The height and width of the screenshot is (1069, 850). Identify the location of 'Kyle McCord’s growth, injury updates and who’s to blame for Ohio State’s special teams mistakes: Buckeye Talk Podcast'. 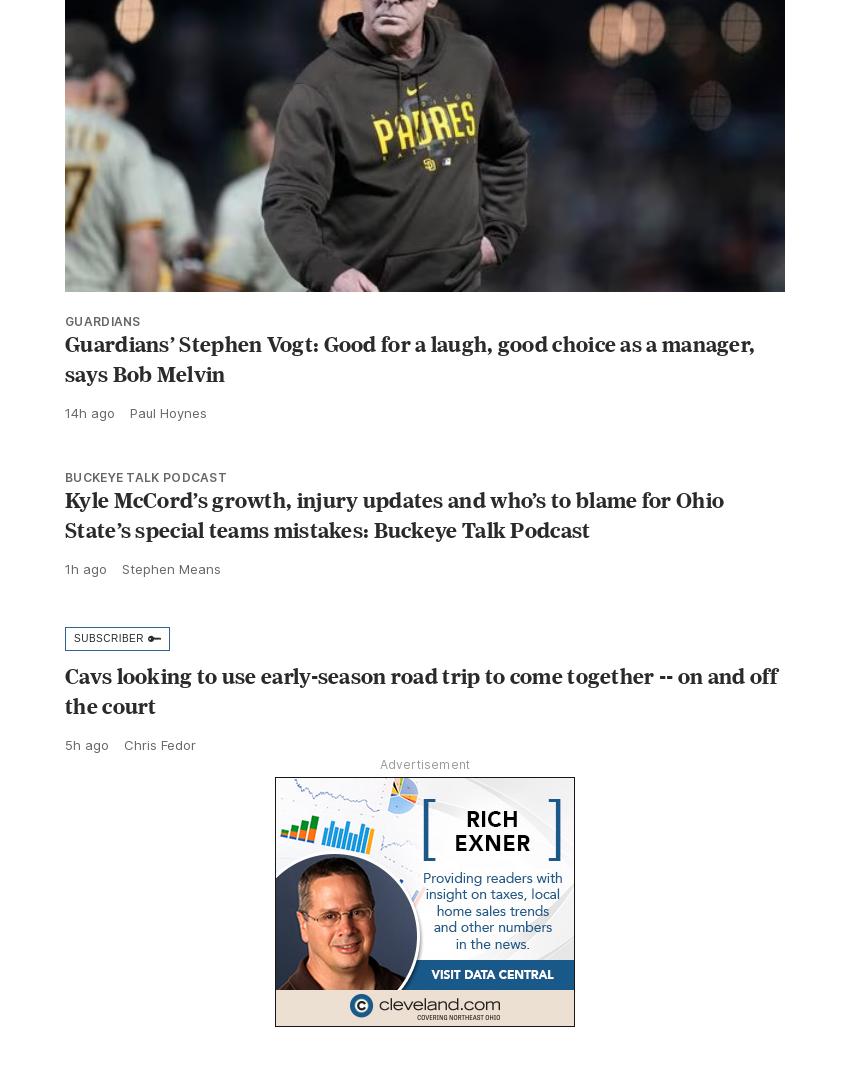
(394, 558).